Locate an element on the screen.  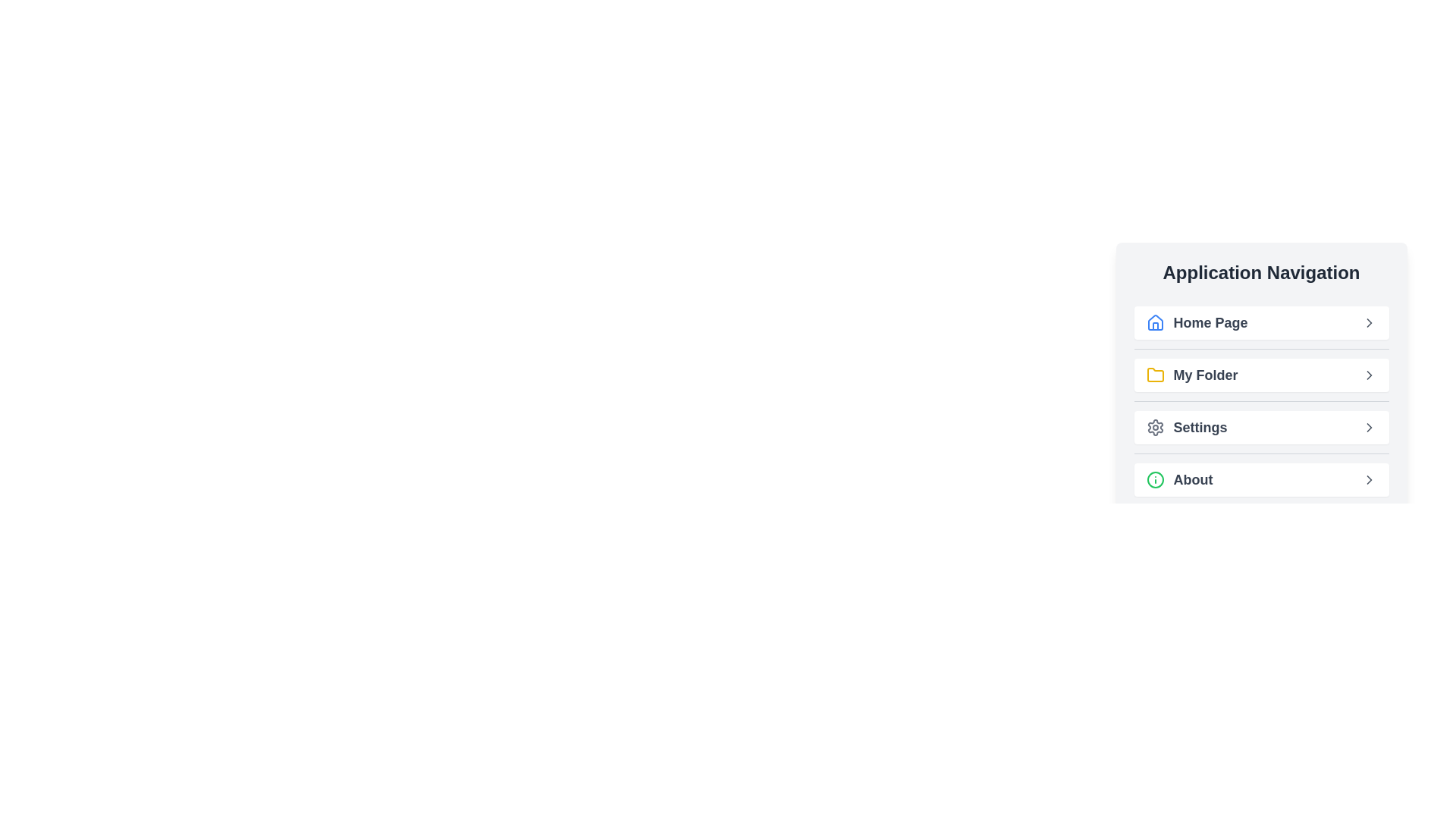
the first navigation button on the right side of the interface is located at coordinates (1196, 322).